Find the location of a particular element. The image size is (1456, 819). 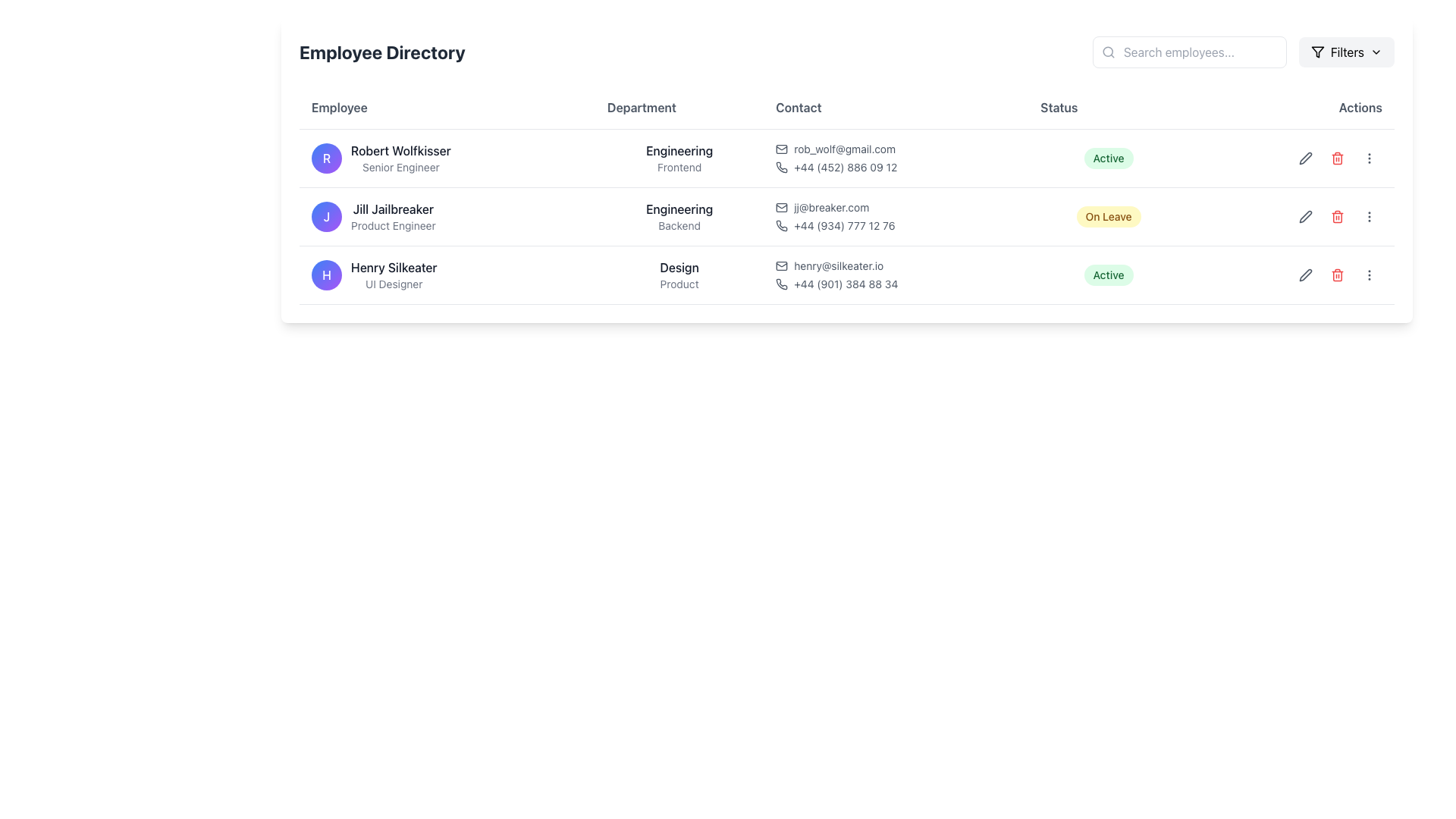

the email address 'rob_wolf@gmail.com' displayed in the 'Contact' column for 'Robert Wolfkisser', which is represented by a Text element with an envelope icon is located at coordinates (896, 149).